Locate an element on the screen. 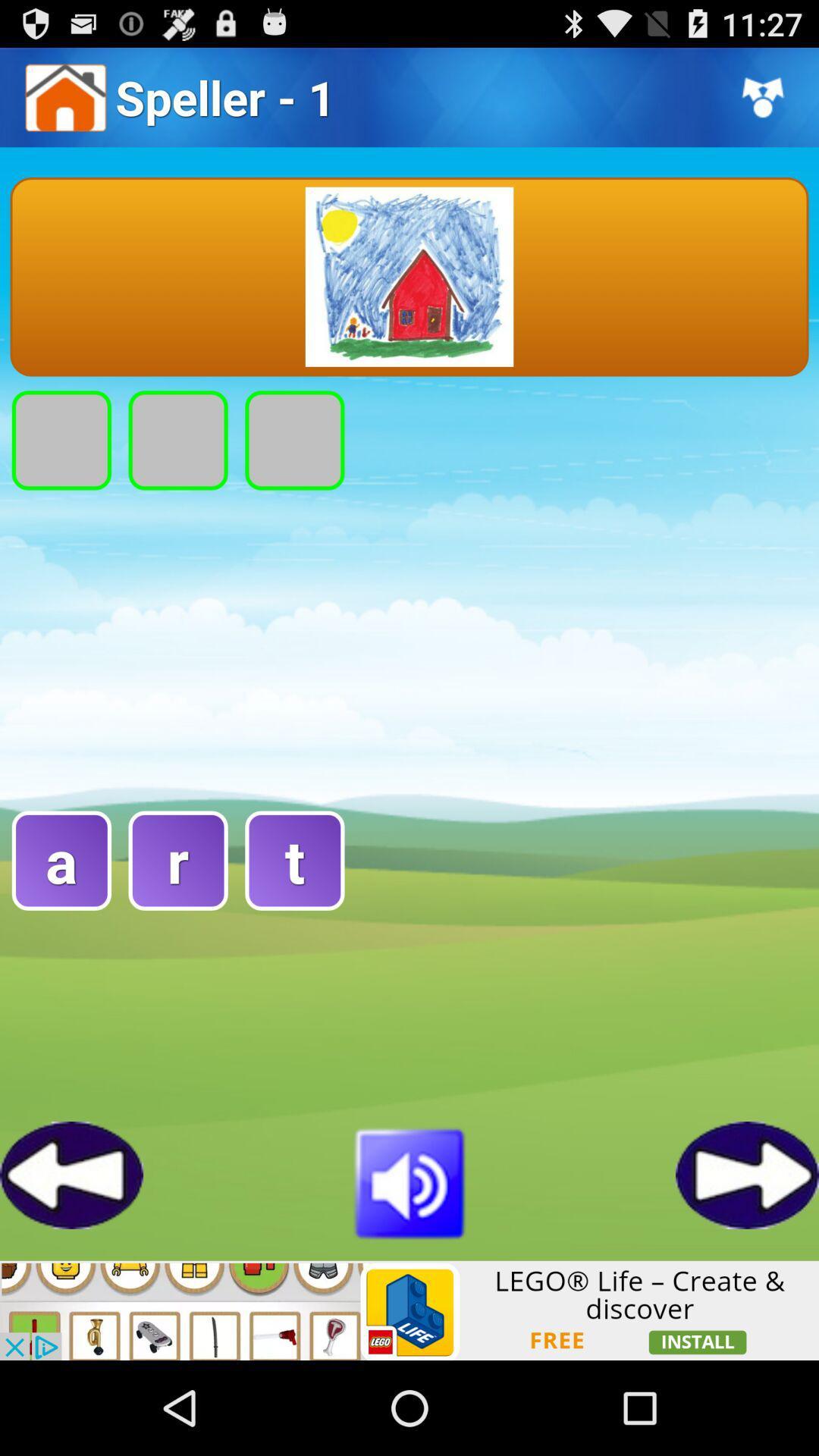 This screenshot has width=819, height=1456. back is located at coordinates (71, 1174).